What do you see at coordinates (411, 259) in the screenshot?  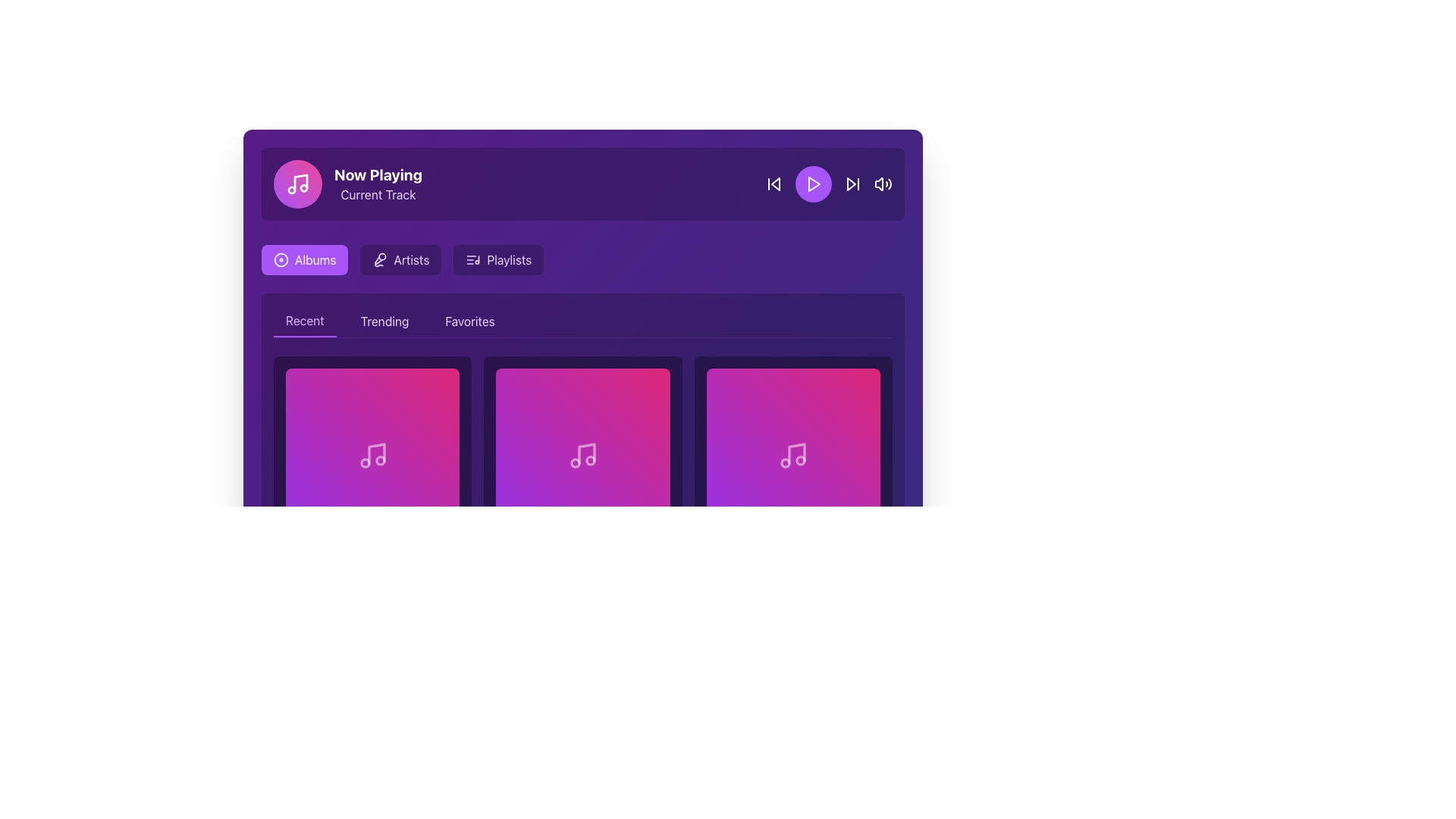 I see `the 'Artists' text label within the button group that has a purple background and is centrally positioned among 'Albums', 'Artists', and 'Playlists'` at bounding box center [411, 259].